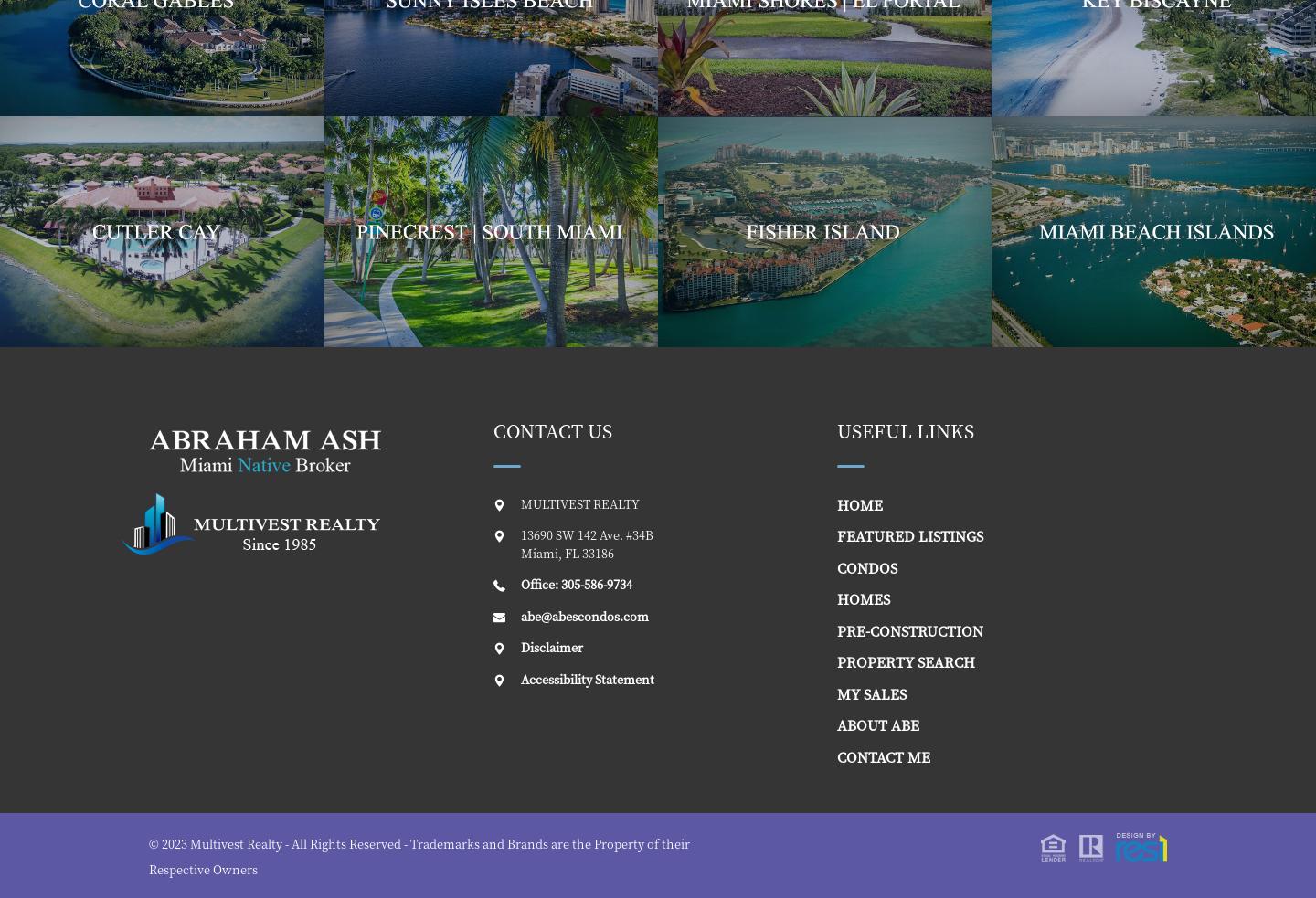 The width and height of the screenshot is (1316, 898). What do you see at coordinates (569, 552) in the screenshot?
I see `'FL'` at bounding box center [569, 552].